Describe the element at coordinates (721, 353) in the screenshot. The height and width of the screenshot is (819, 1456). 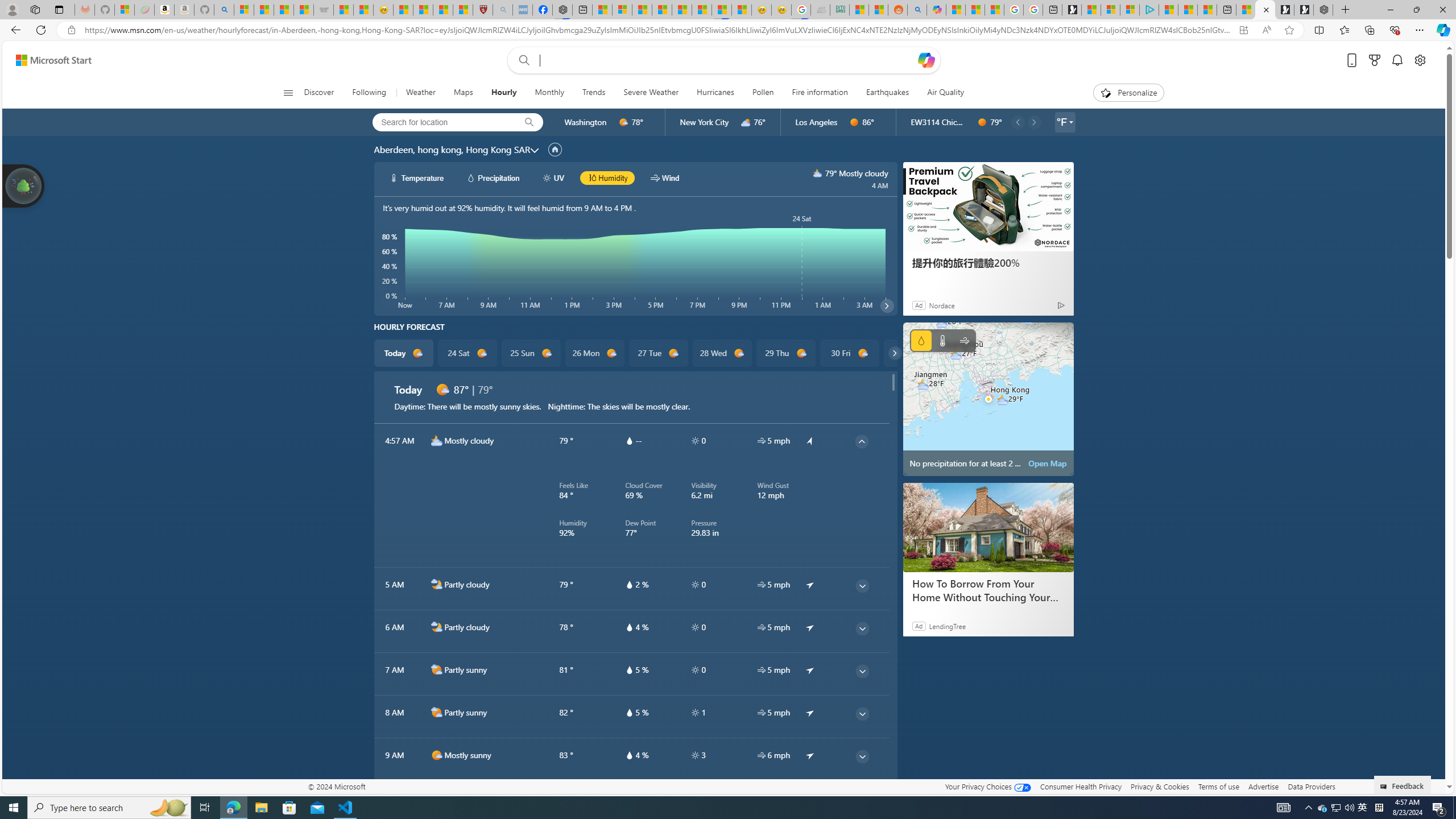
I see `'28 Wed d1000'` at that location.